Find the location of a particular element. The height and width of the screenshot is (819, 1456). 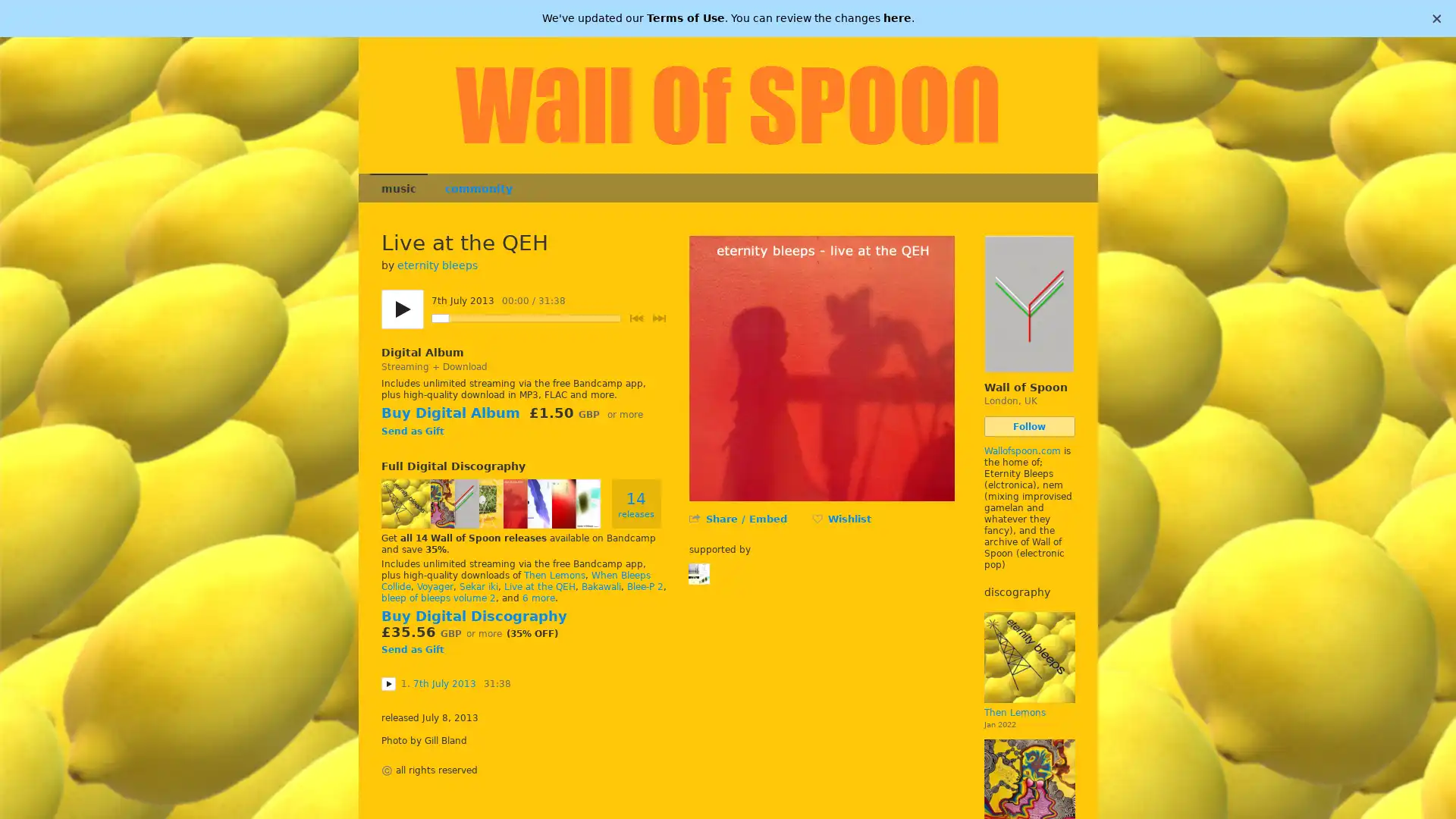

Send as Gift is located at coordinates (412, 648).